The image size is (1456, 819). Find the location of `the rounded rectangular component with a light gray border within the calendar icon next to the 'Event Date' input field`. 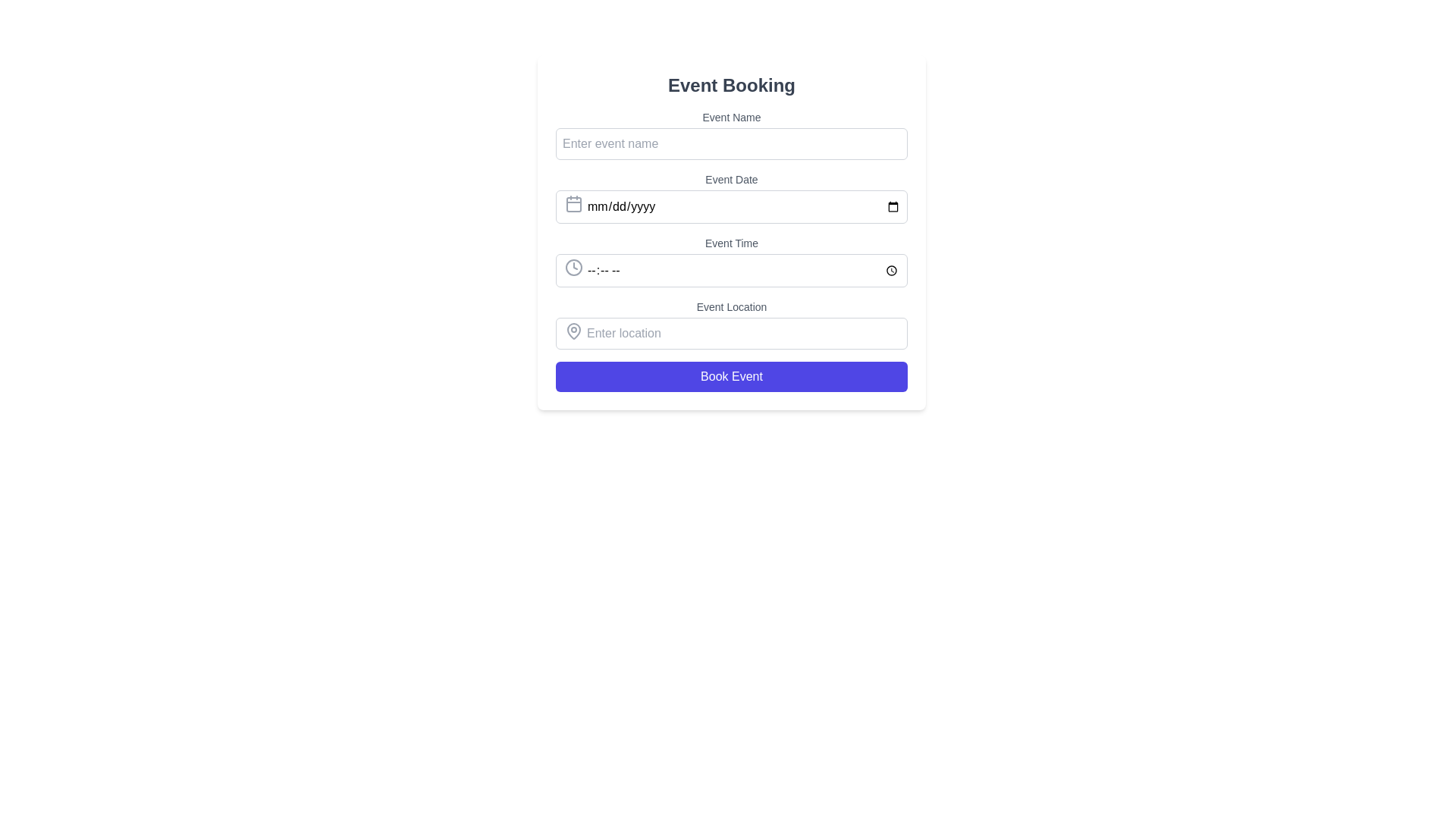

the rounded rectangular component with a light gray border within the calendar icon next to the 'Event Date' input field is located at coordinates (573, 205).